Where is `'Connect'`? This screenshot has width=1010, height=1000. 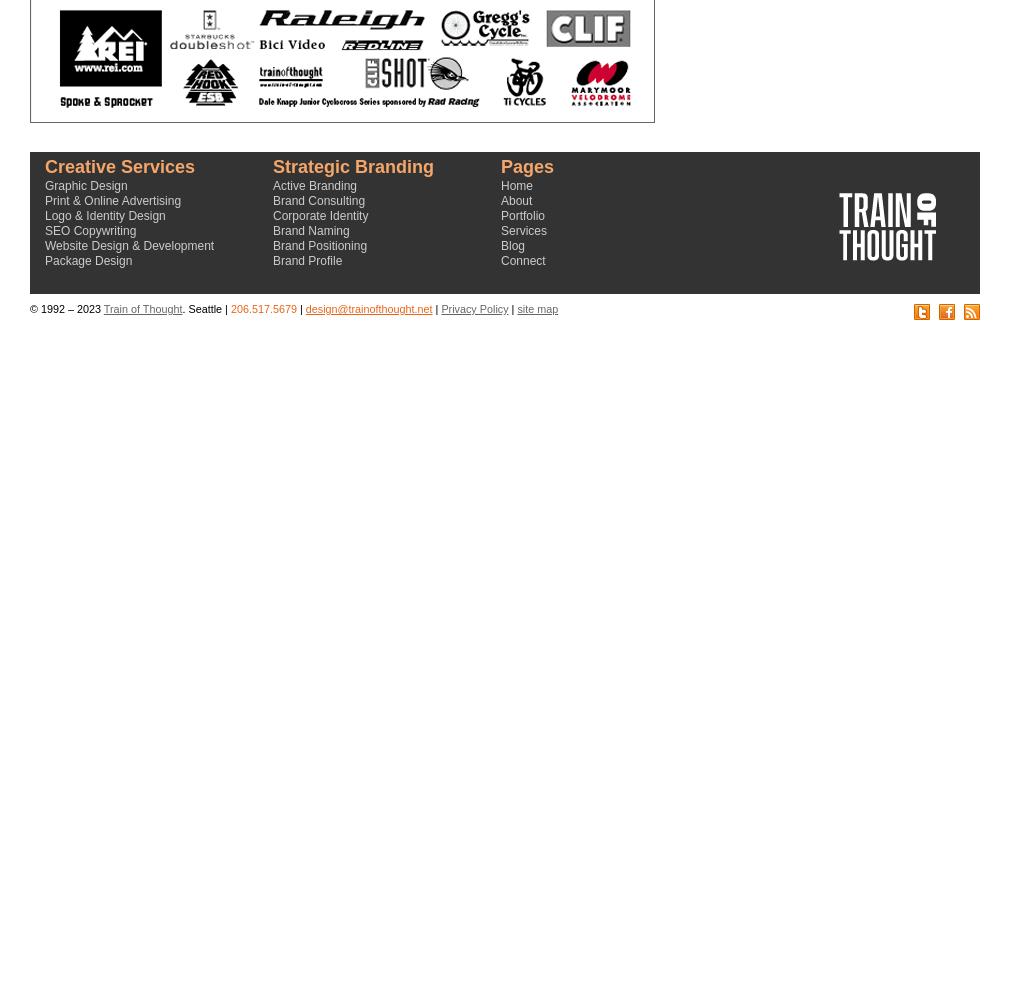 'Connect' is located at coordinates (500, 261).